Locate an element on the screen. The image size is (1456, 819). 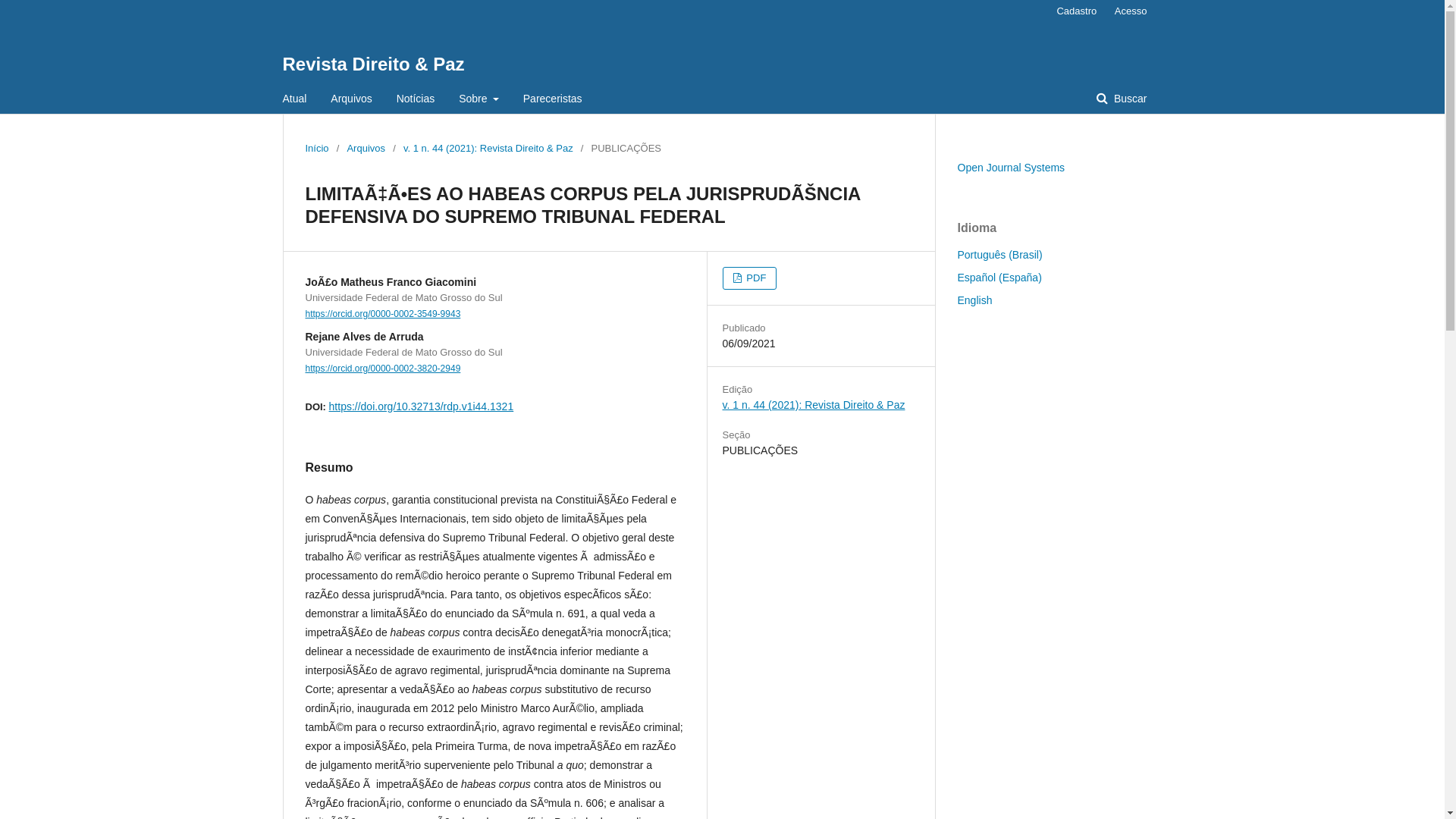
'Cadastro' is located at coordinates (1047, 11).